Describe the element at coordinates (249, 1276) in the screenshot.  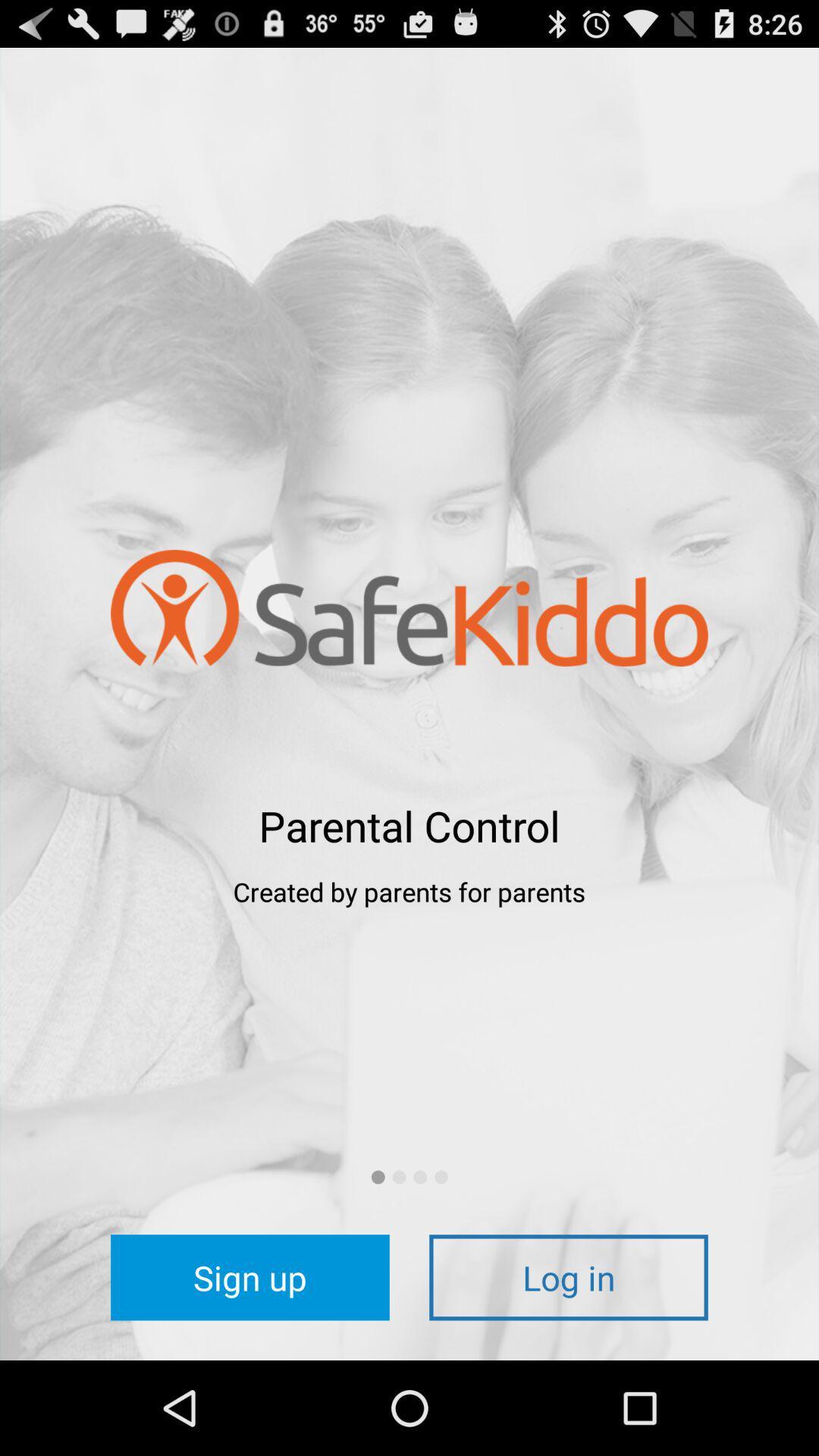
I see `icon at the bottom left corner` at that location.